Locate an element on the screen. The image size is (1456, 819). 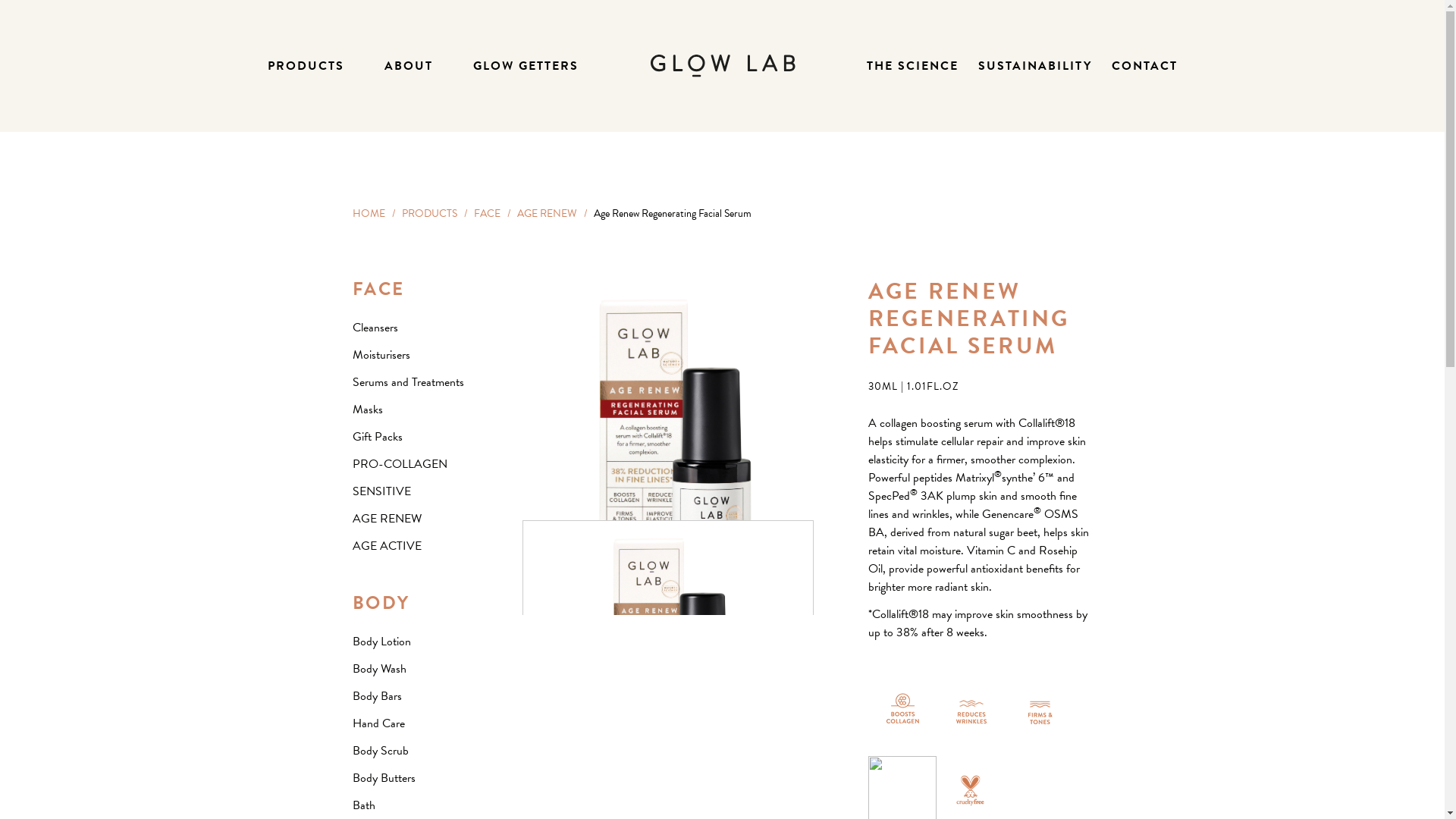
'ABOUT' is located at coordinates (407, 65).